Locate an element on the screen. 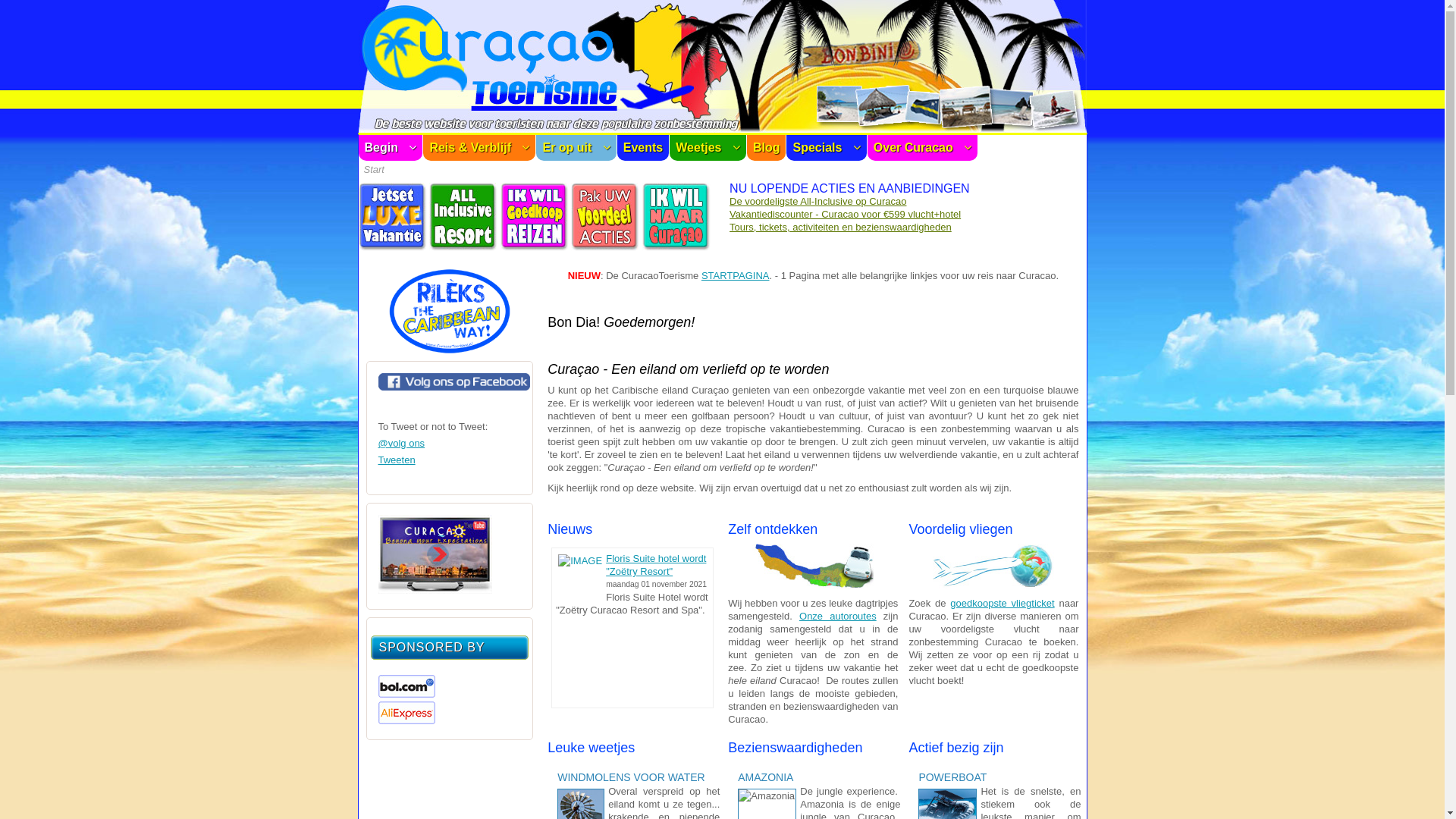  'Curacao voor jetsetters' is located at coordinates (392, 246).